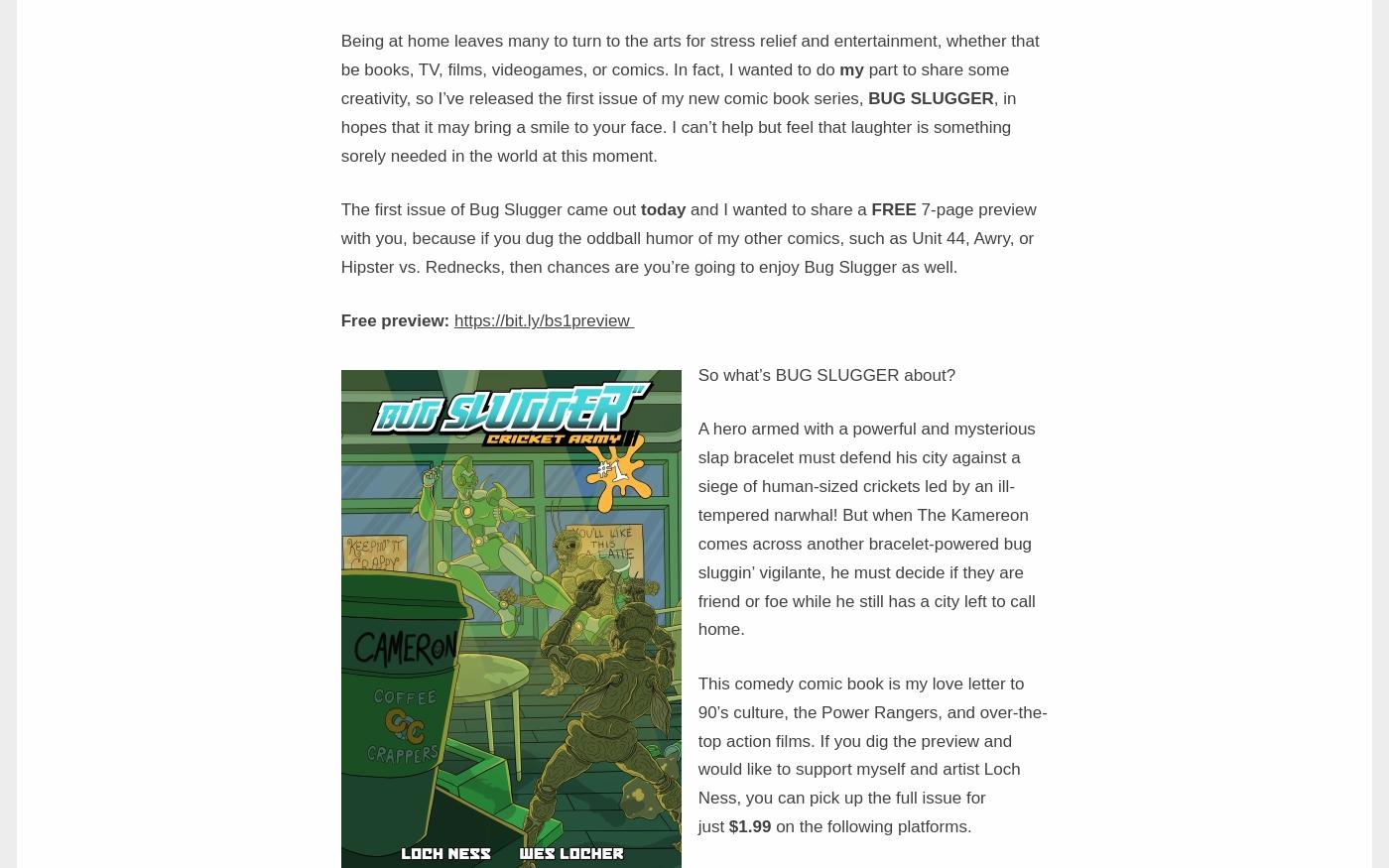  Describe the element at coordinates (490, 209) in the screenshot. I see `'The first issue of Bug Slugger came out'` at that location.